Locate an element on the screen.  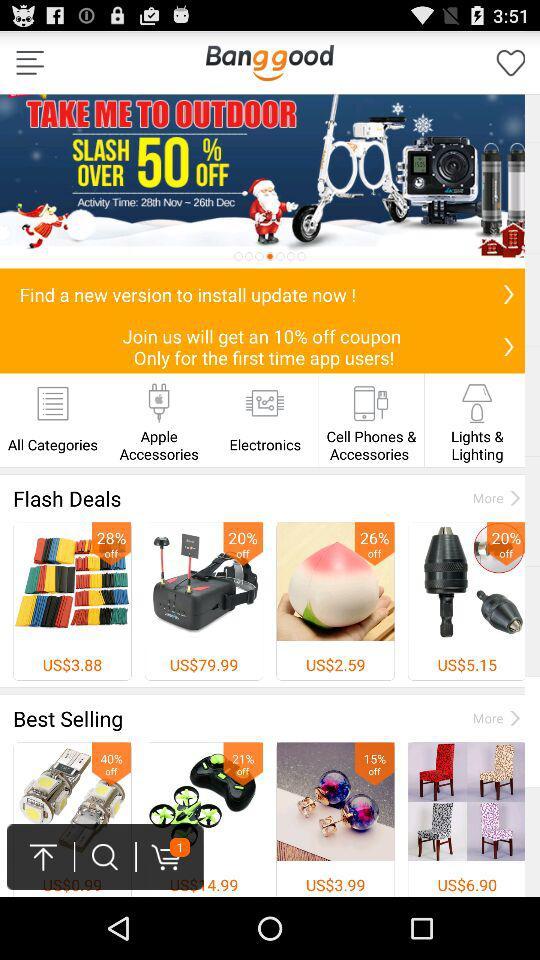
the favorite icon is located at coordinates (511, 67).